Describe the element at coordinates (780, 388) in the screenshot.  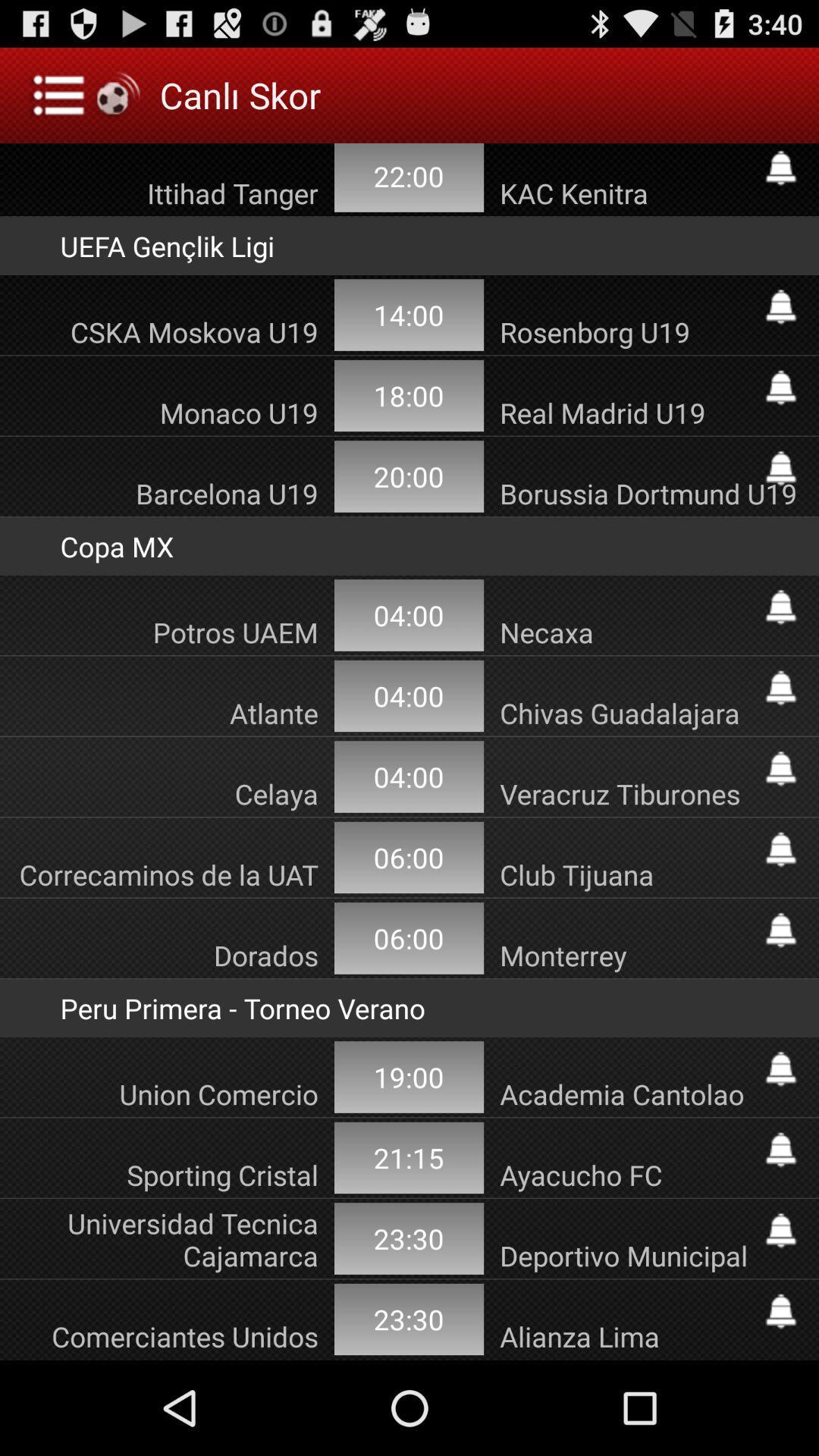
I see `alarm button` at that location.